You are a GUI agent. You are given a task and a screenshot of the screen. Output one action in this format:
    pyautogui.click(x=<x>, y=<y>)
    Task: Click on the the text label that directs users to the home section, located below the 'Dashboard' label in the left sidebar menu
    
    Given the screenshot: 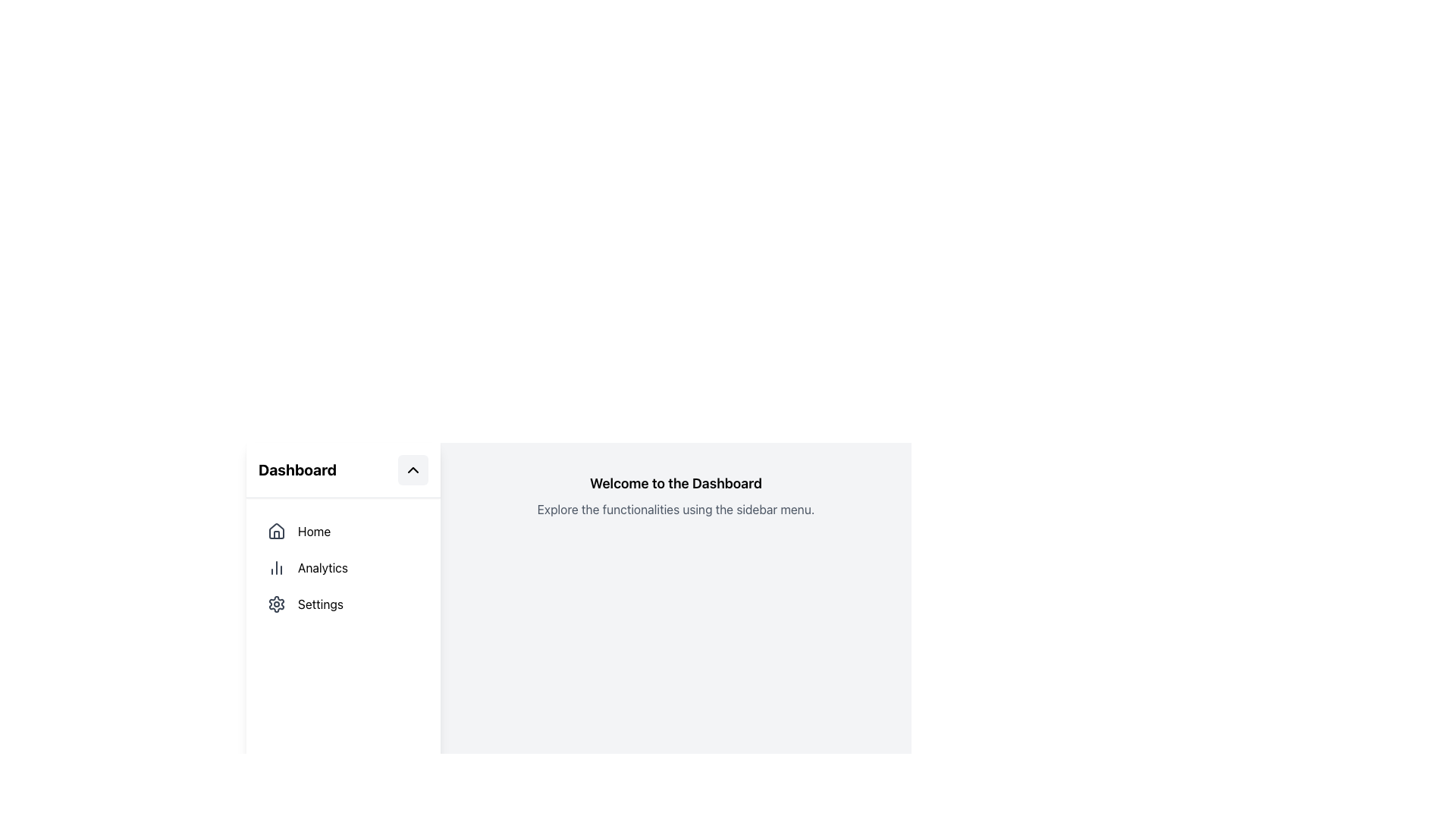 What is the action you would take?
    pyautogui.click(x=313, y=531)
    